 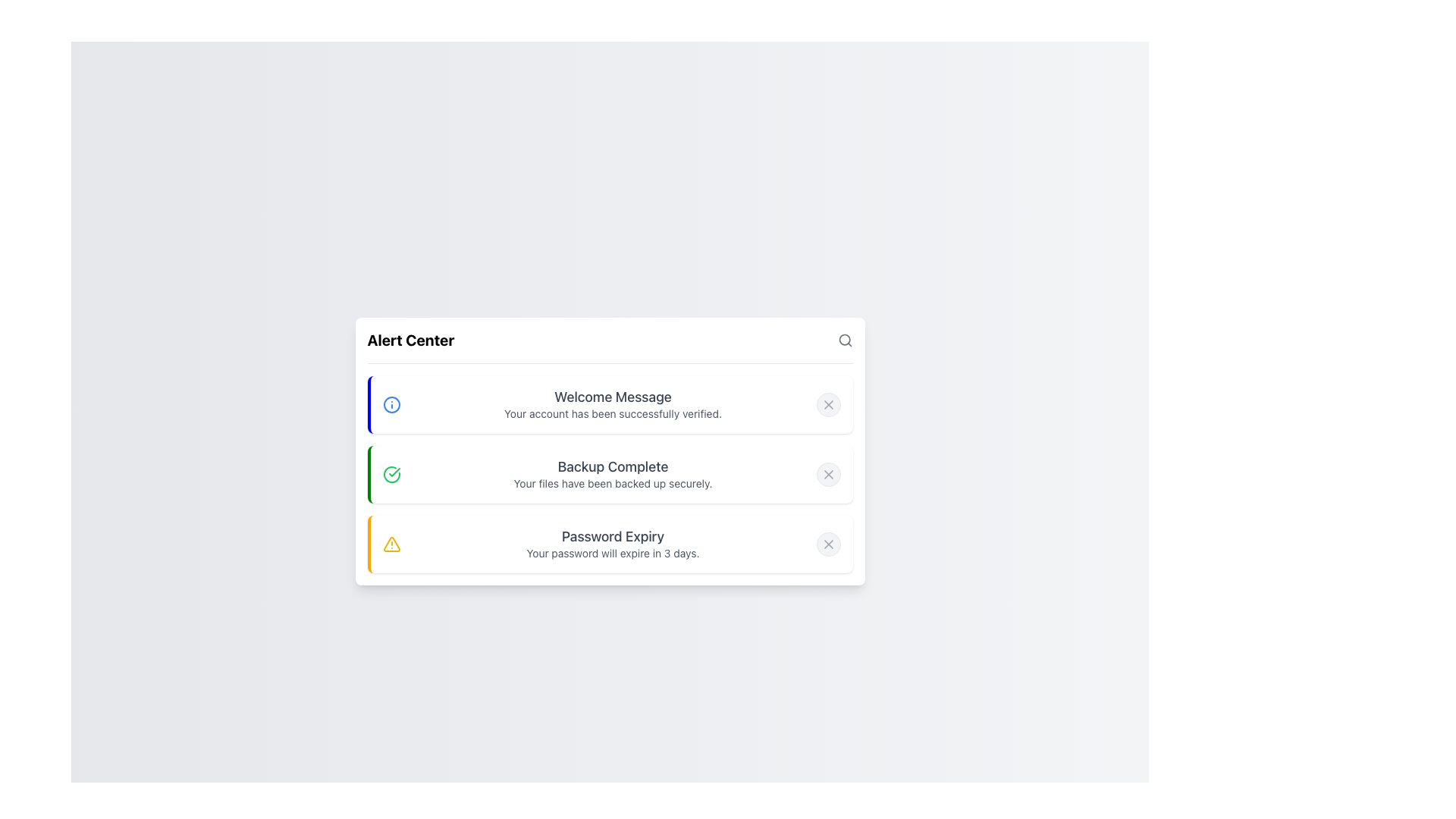 What do you see at coordinates (613, 553) in the screenshot?
I see `the static text element that informs the user about impending password expiration, which is the second line of text in the 'Password Expiry' notification card` at bounding box center [613, 553].